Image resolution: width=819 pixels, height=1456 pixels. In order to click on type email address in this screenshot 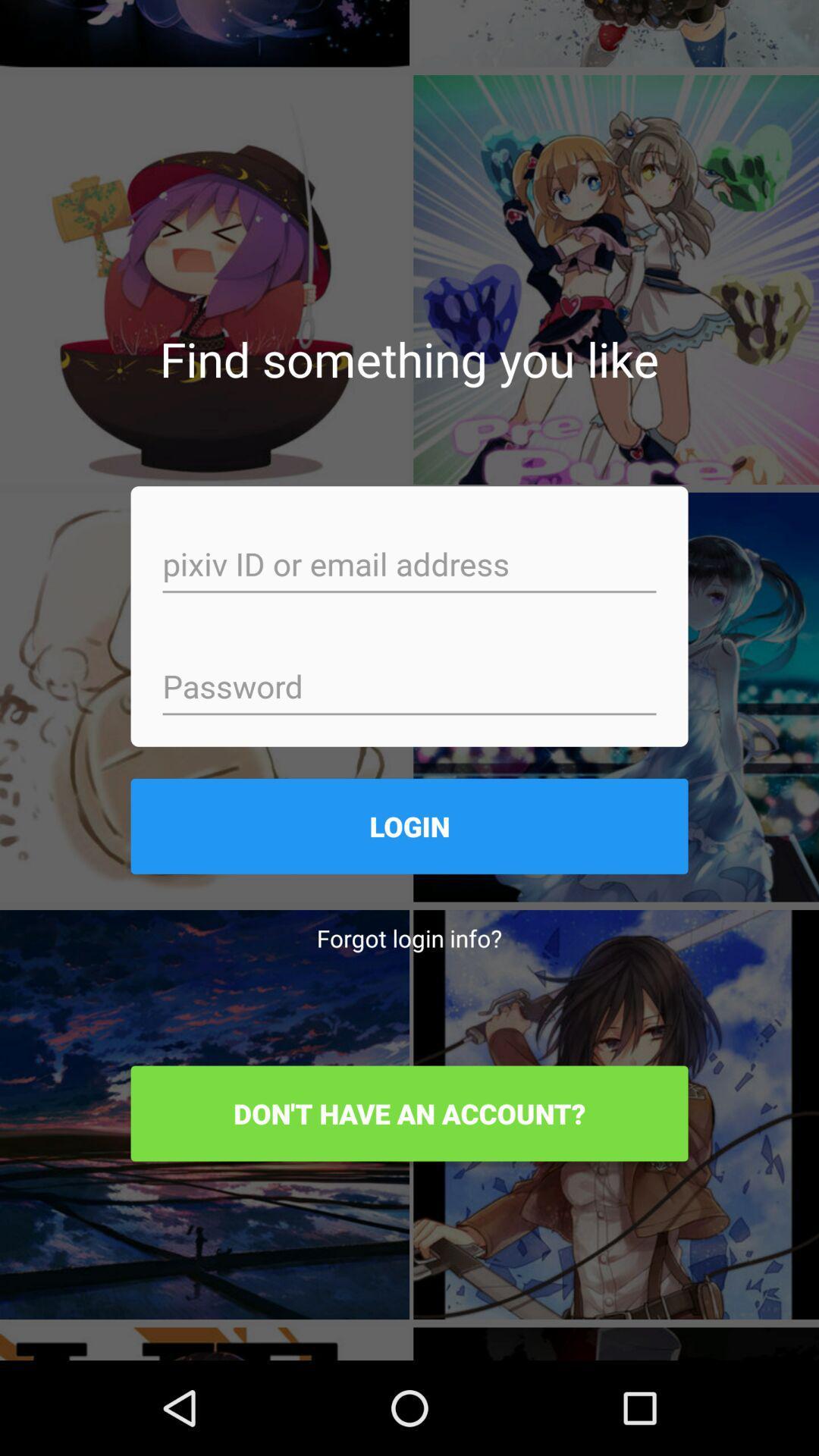, I will do `click(409, 565)`.